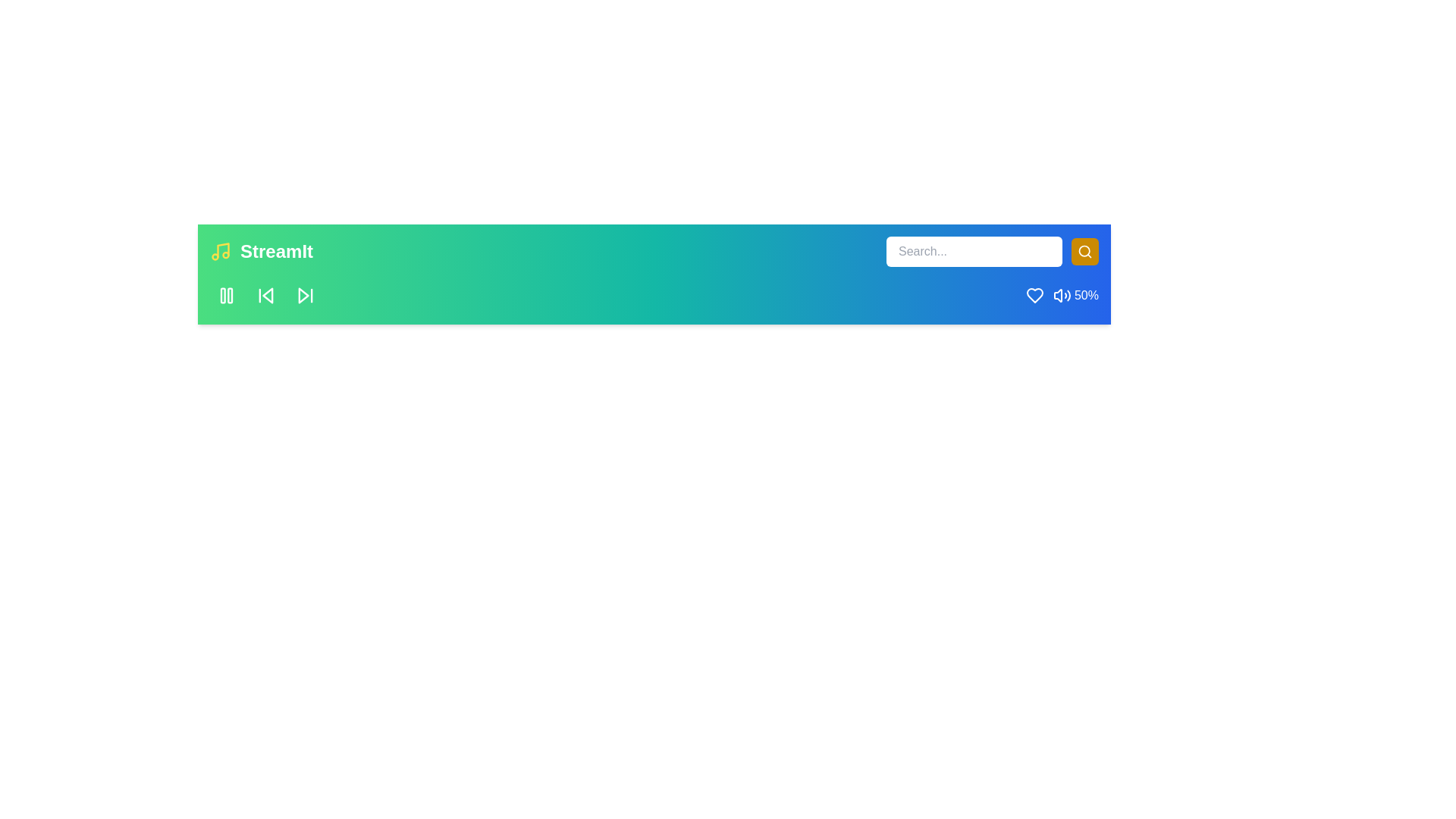  Describe the element at coordinates (225, 295) in the screenshot. I see `the play/pause button to toggle the playback state` at that location.